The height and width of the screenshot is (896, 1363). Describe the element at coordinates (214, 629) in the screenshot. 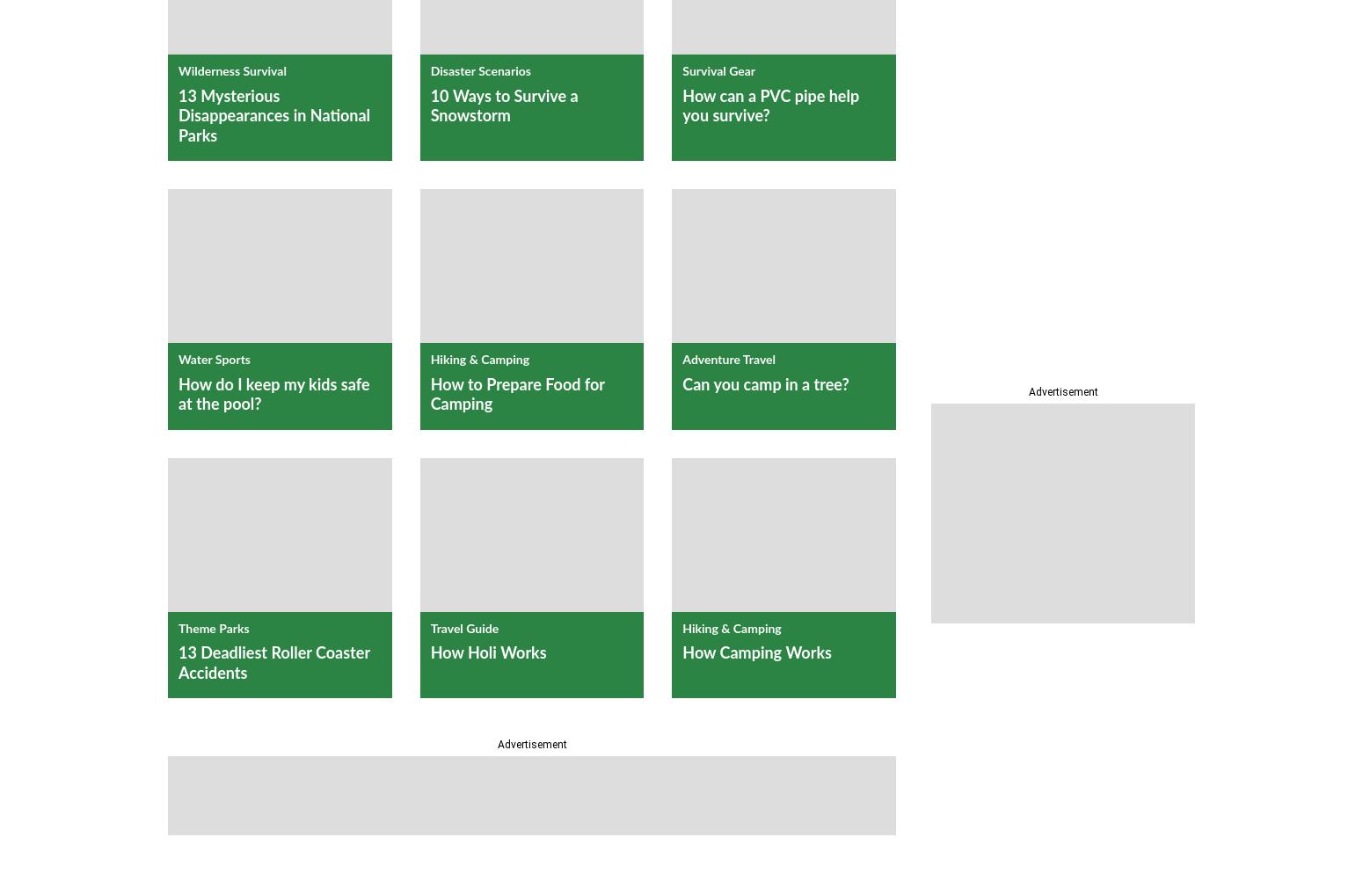

I see `'Theme Parks'` at that location.